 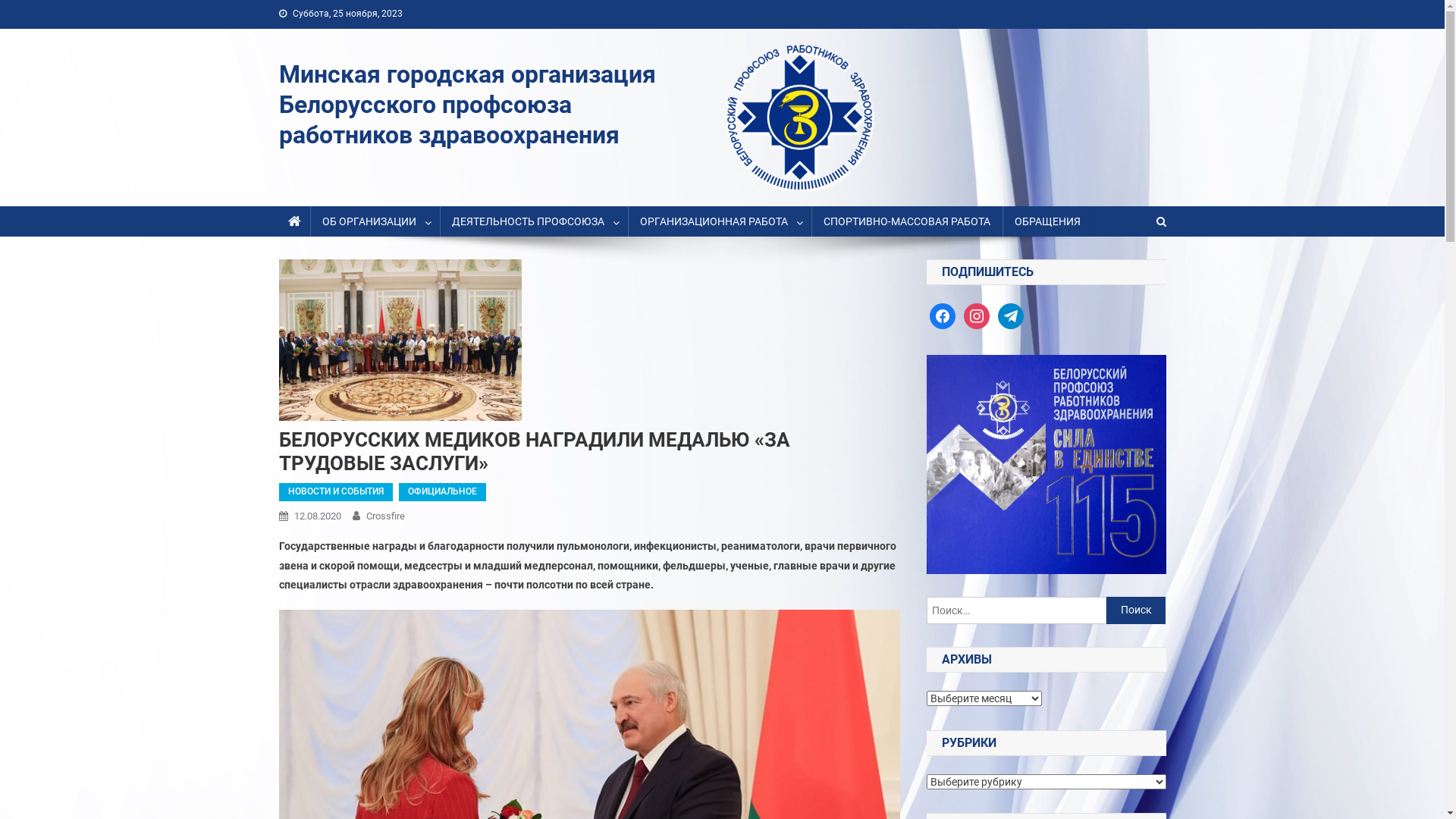 I want to click on 'Crossfire', so click(x=384, y=515).